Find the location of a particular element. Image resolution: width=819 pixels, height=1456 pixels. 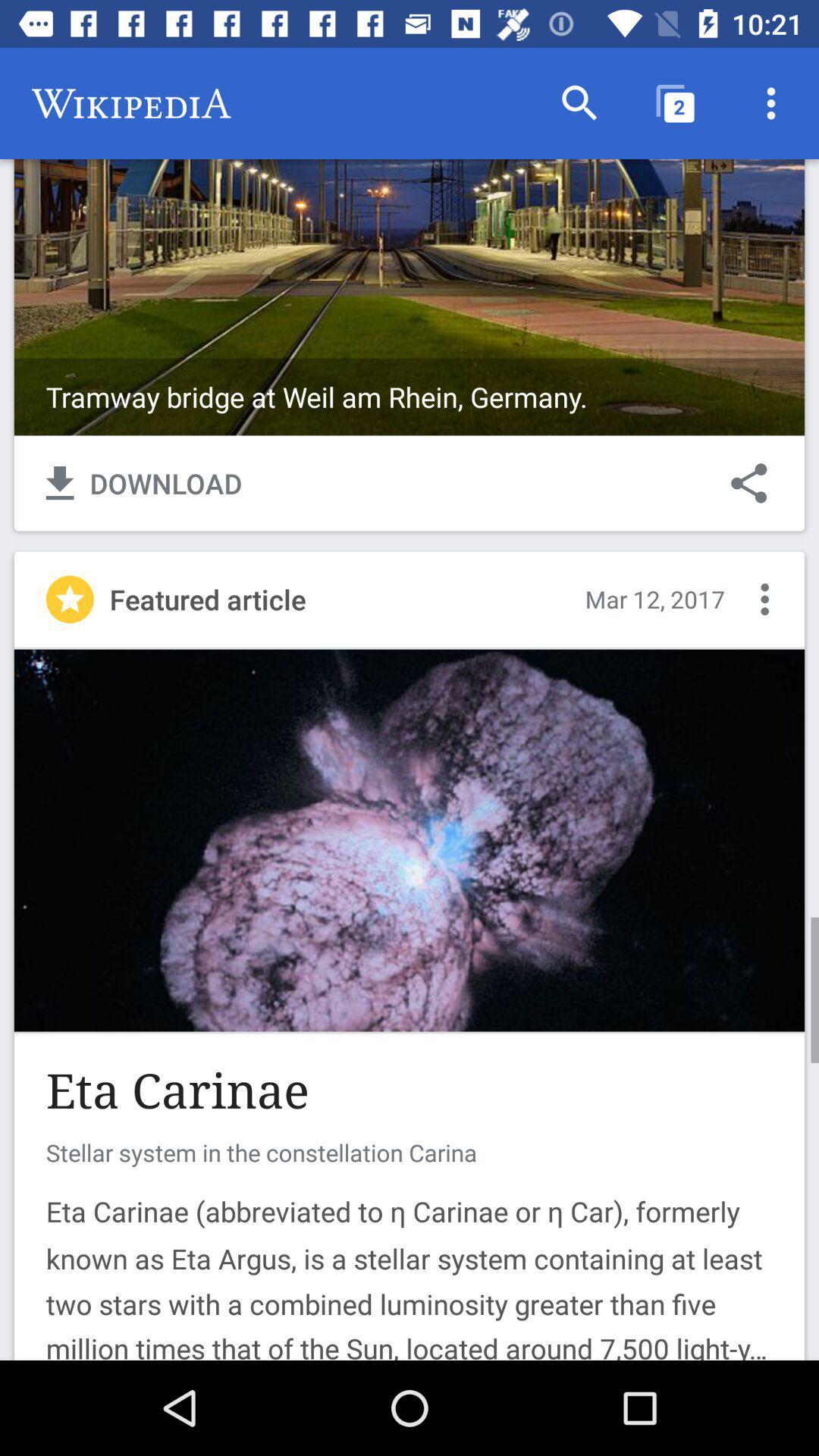

article image is located at coordinates (409, 839).